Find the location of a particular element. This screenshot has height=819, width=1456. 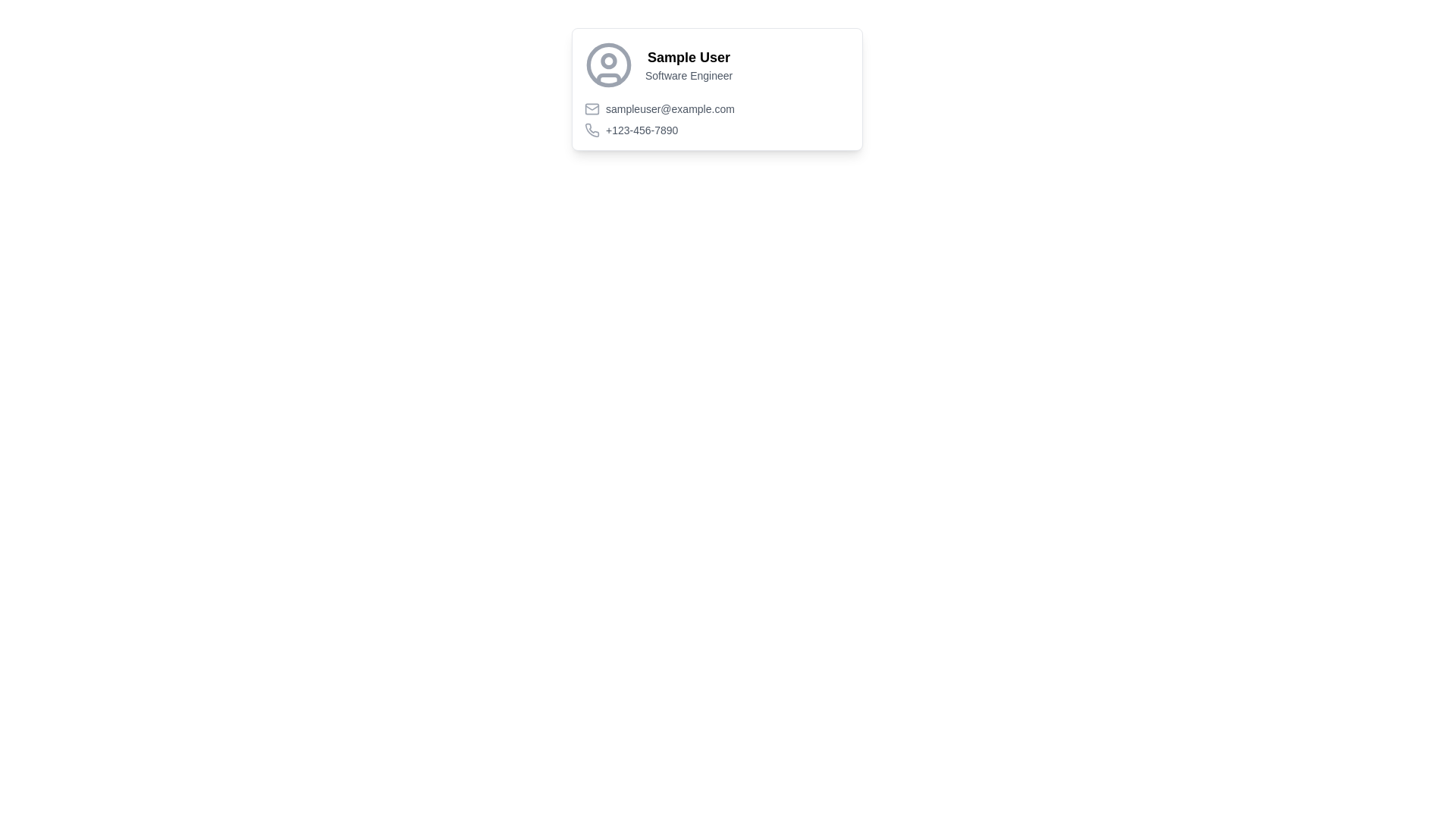

the phone icon located in the bottom-right section of the interface, to the left of the phone number '+123-456-7890' is located at coordinates (591, 130).